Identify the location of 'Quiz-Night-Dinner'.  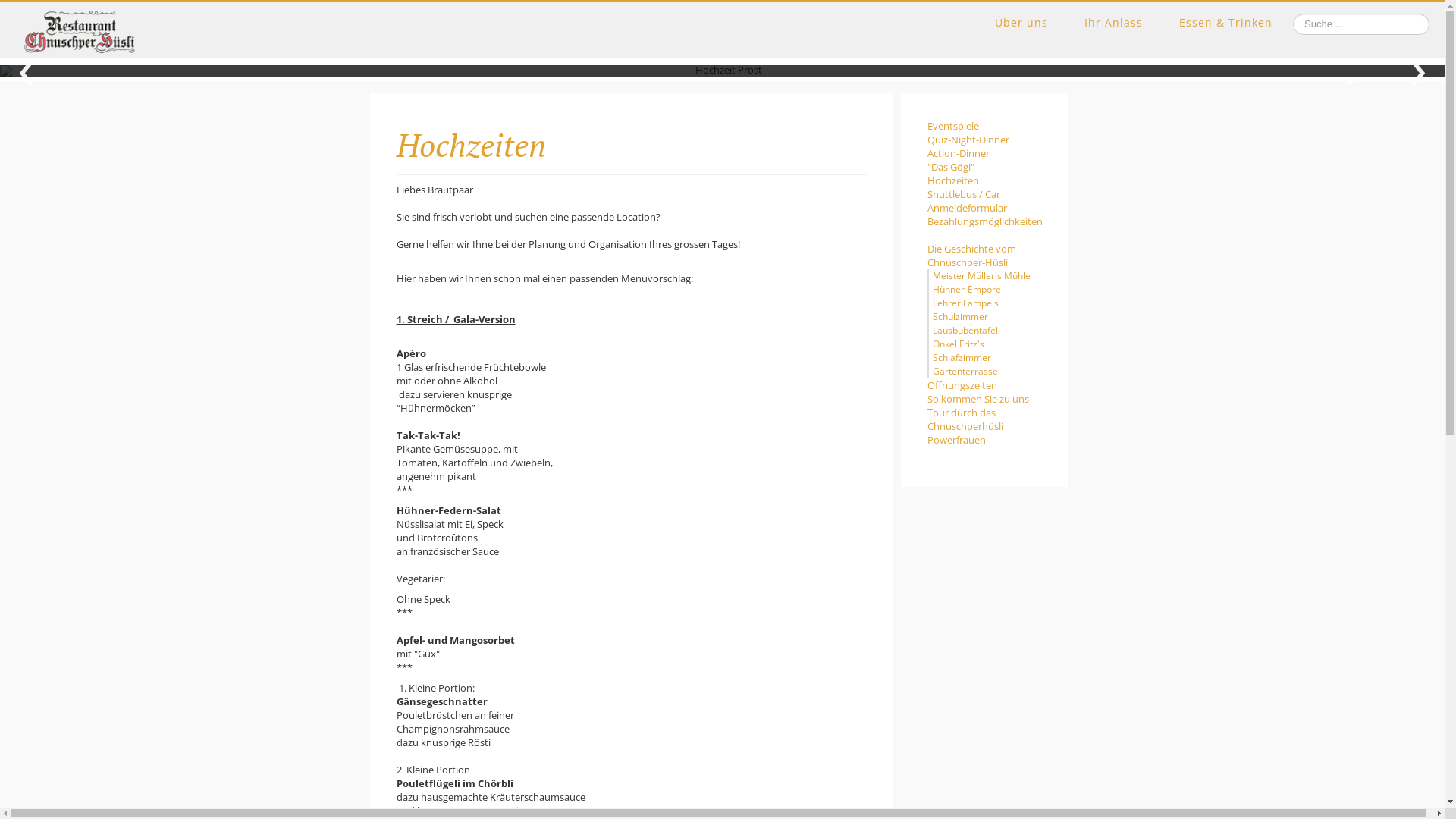
(926, 140).